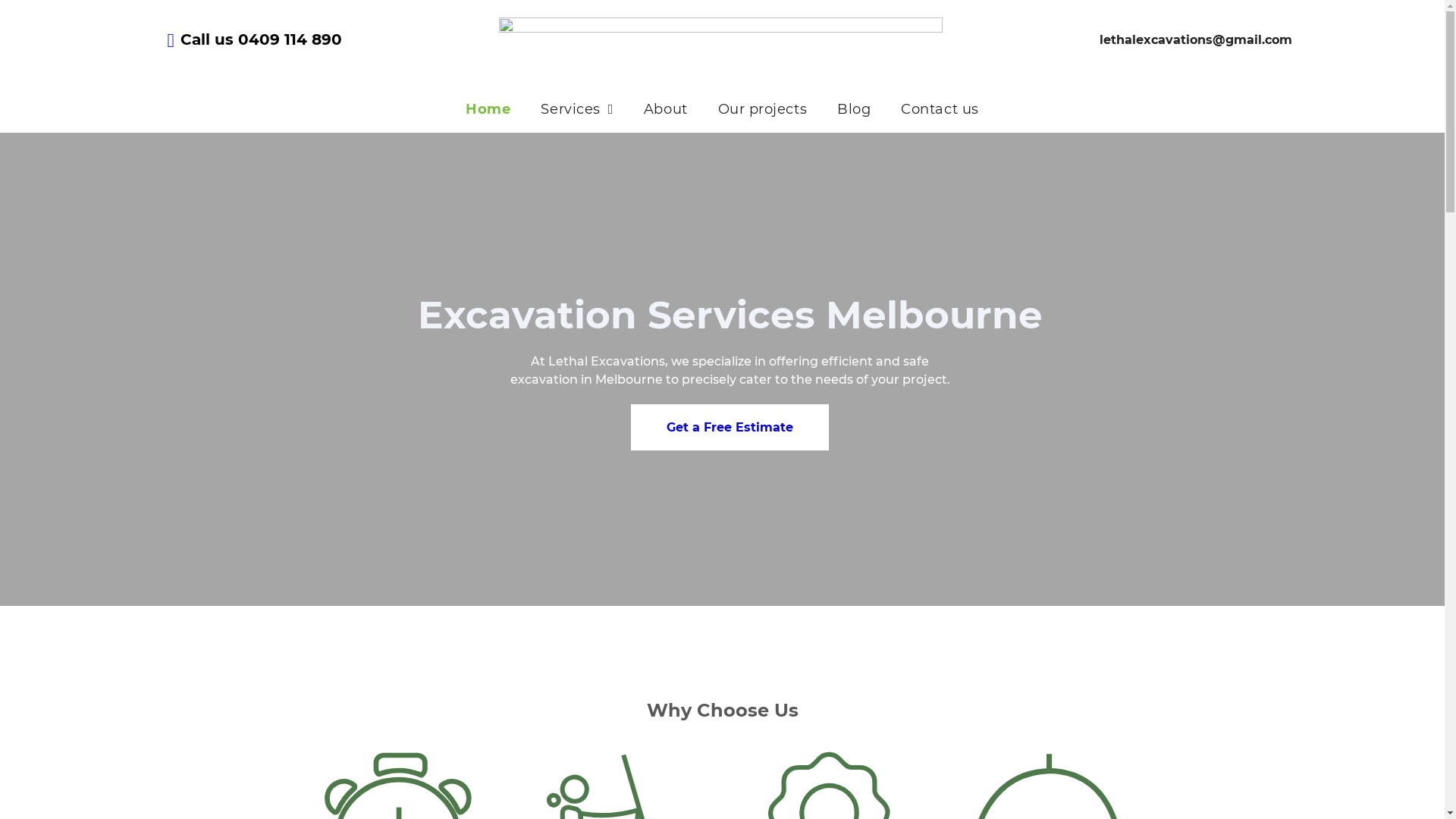  What do you see at coordinates (762, 108) in the screenshot?
I see `'Our projects'` at bounding box center [762, 108].